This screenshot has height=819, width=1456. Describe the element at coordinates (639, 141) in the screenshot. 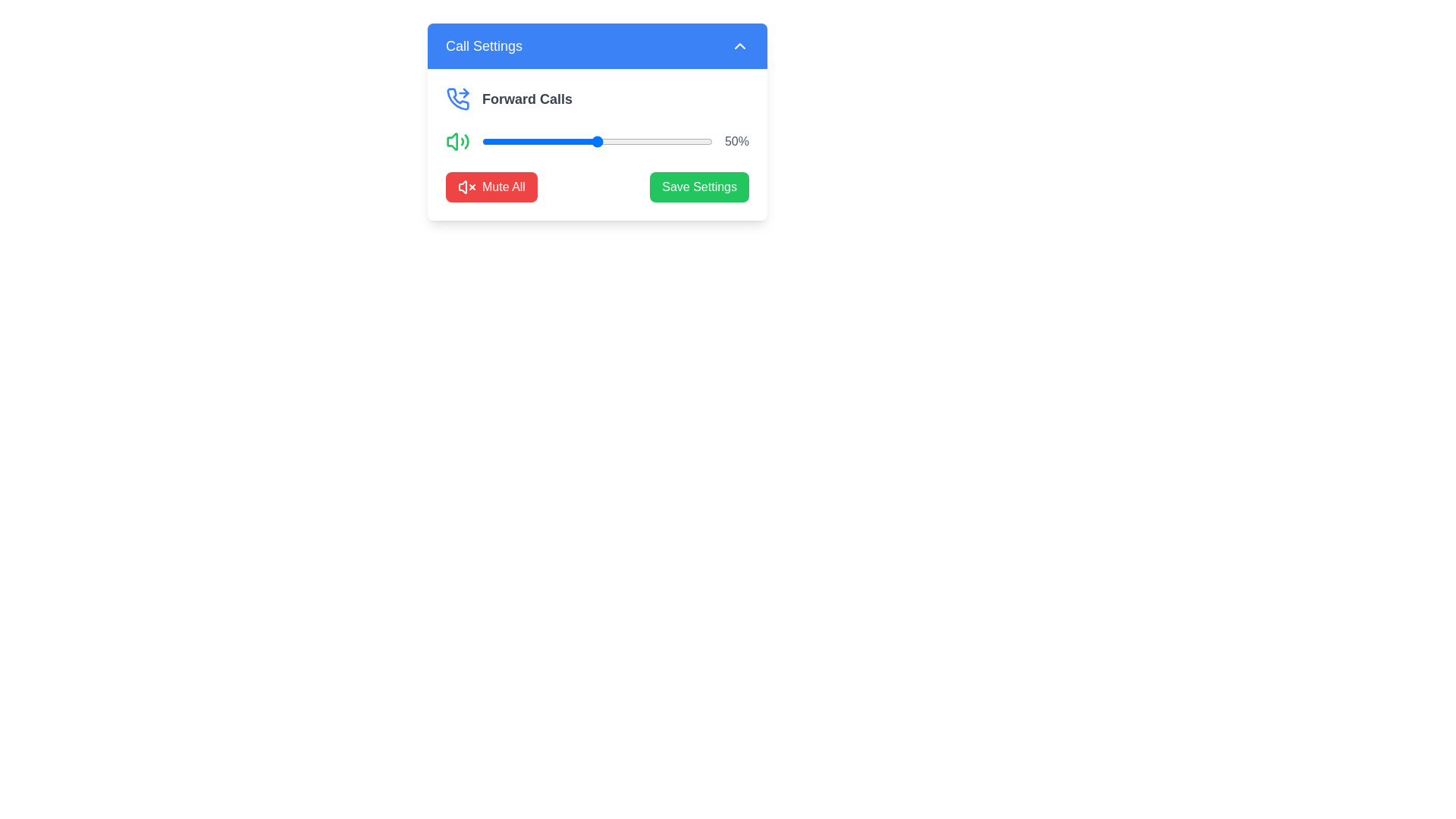

I see `the volume slider` at that location.